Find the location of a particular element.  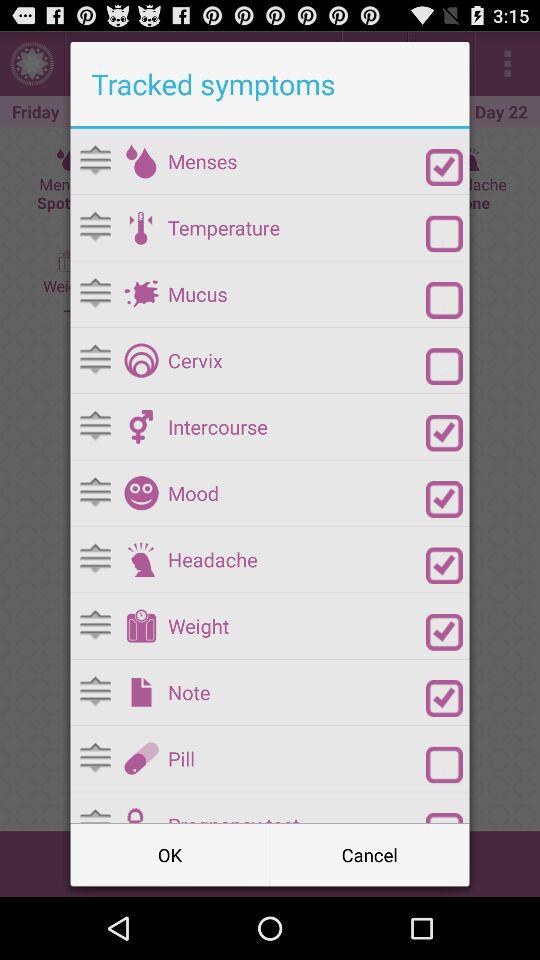

the cancel item is located at coordinates (368, 853).